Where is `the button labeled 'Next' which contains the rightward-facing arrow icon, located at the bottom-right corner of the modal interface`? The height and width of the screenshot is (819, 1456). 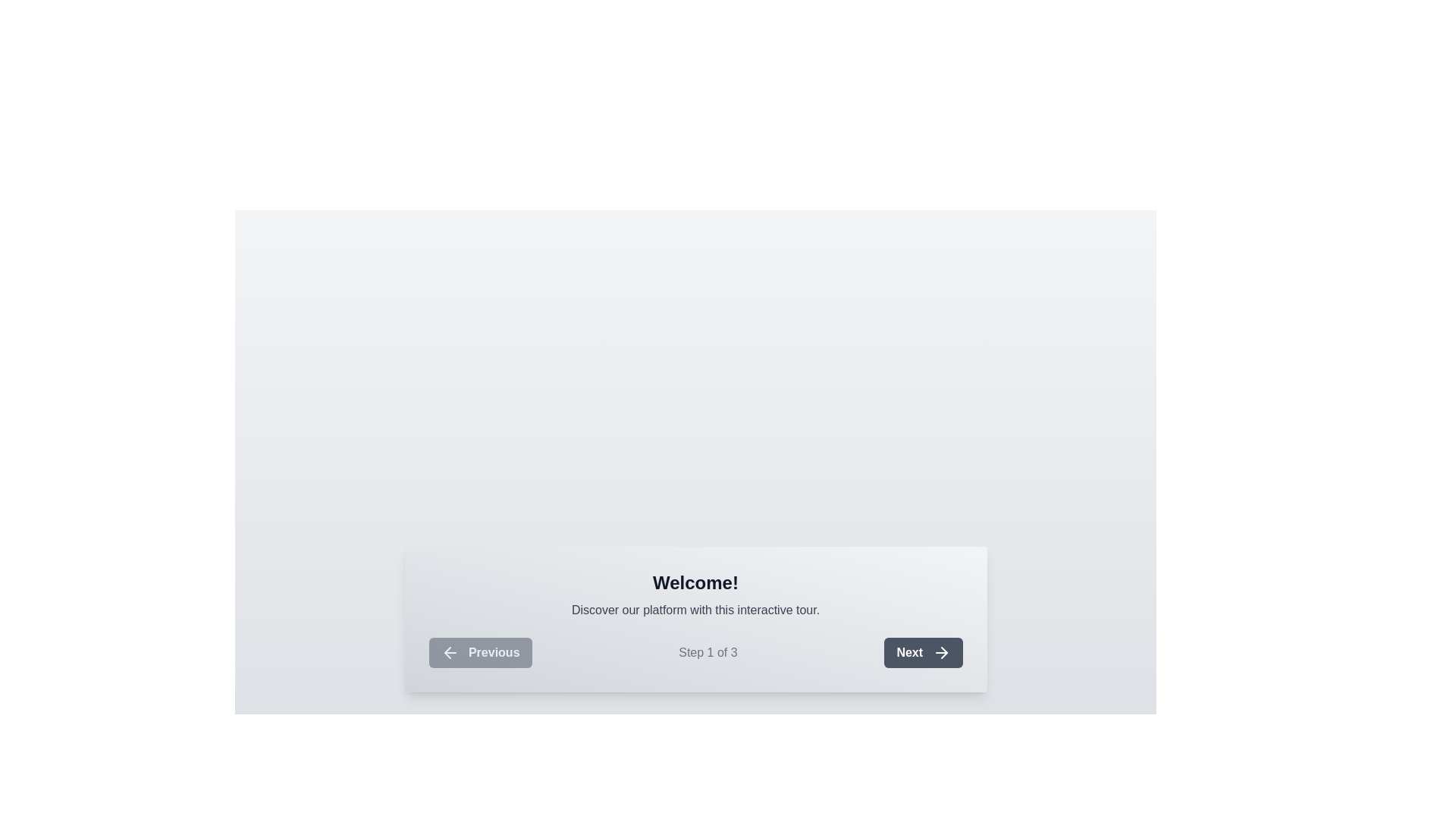
the button labeled 'Next' which contains the rightward-facing arrow icon, located at the bottom-right corner of the modal interface is located at coordinates (940, 652).